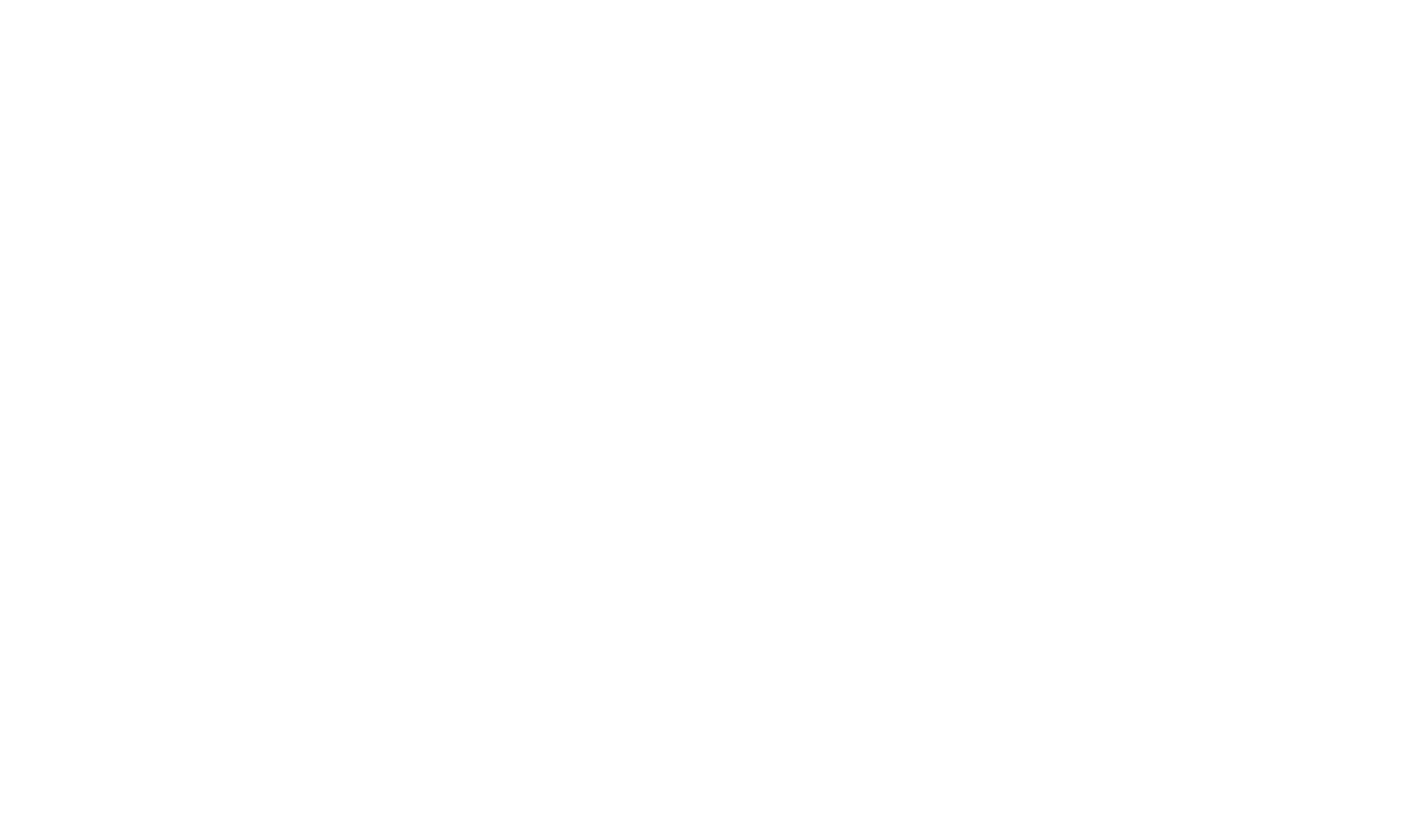 This screenshot has height=840, width=1428. What do you see at coordinates (535, 540) in the screenshot?
I see `'Travel'` at bounding box center [535, 540].